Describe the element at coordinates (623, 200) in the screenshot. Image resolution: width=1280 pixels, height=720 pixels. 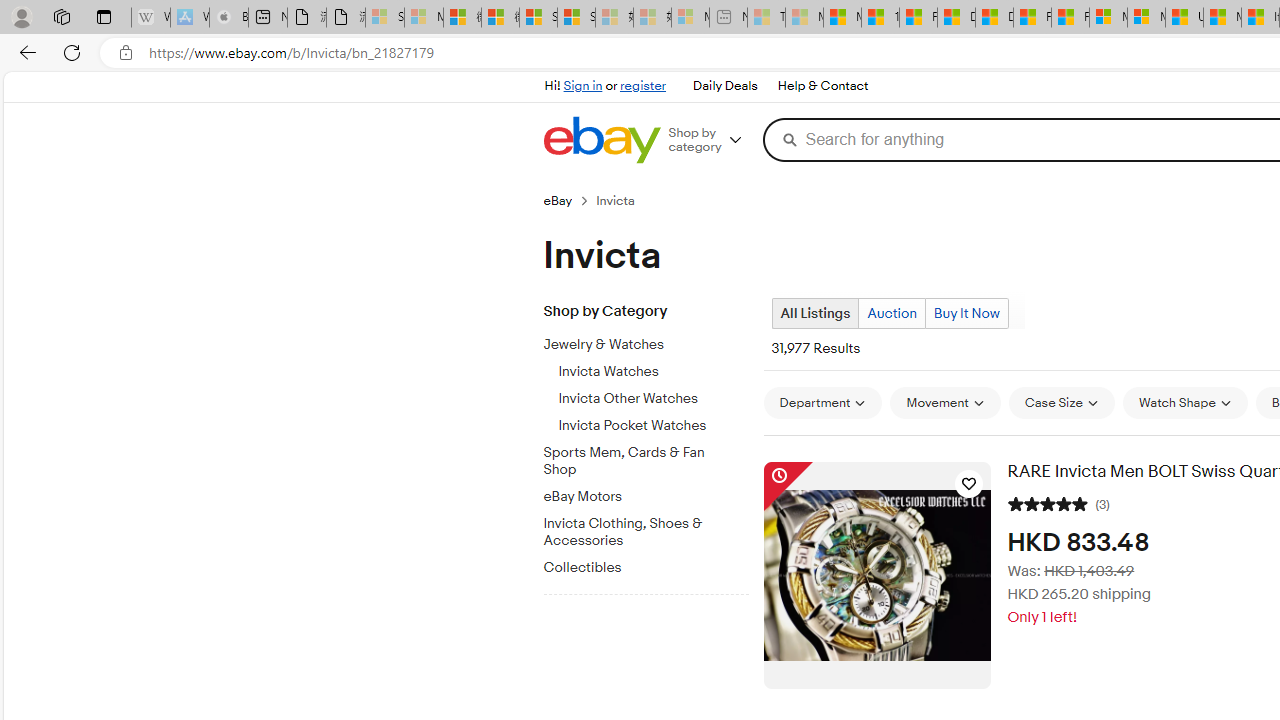
I see `'Invicta'` at that location.